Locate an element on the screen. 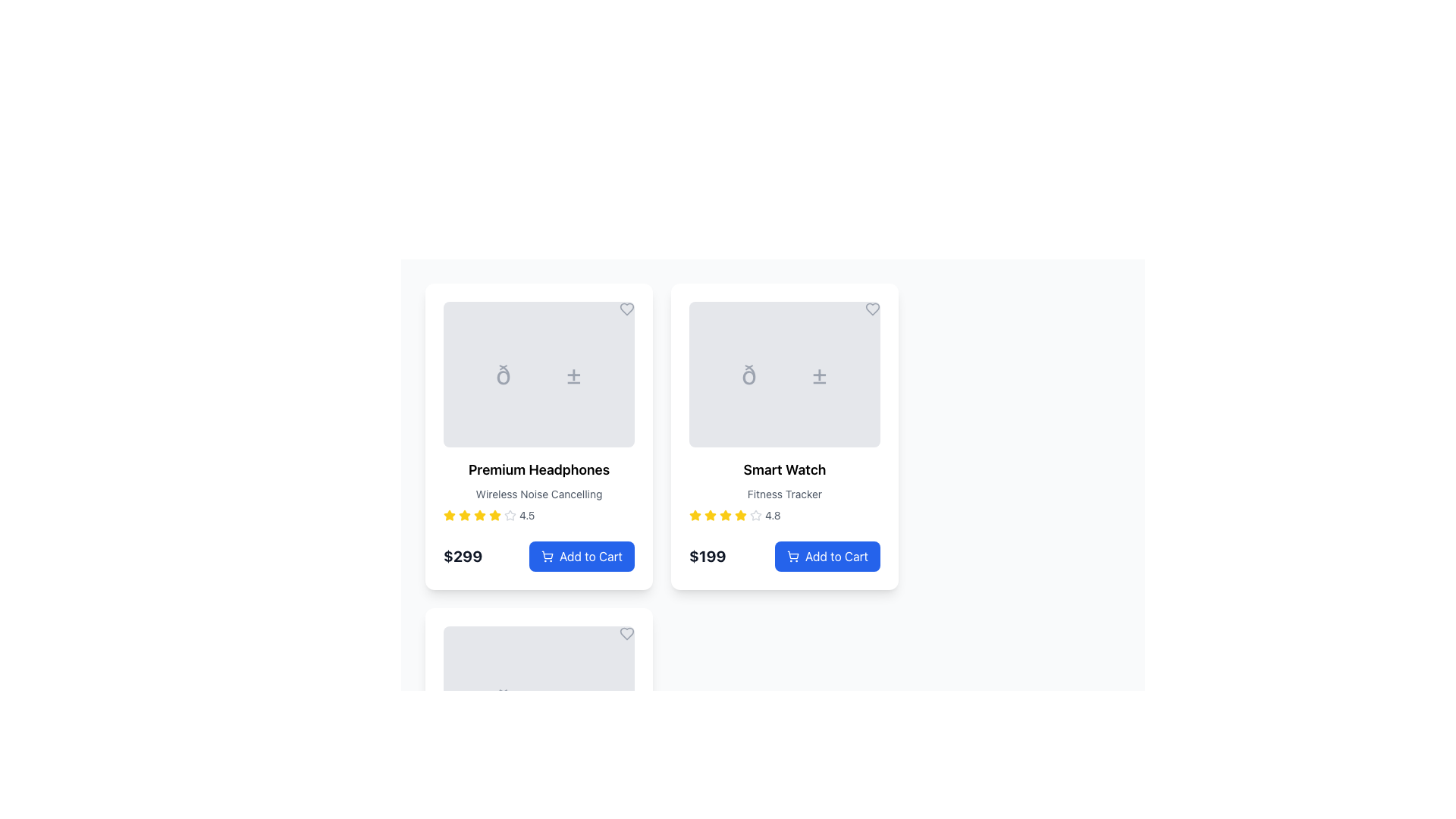  the rating represented by the fourth star icon in the series of five stars for the 'Premium Headphones' product is located at coordinates (464, 514).